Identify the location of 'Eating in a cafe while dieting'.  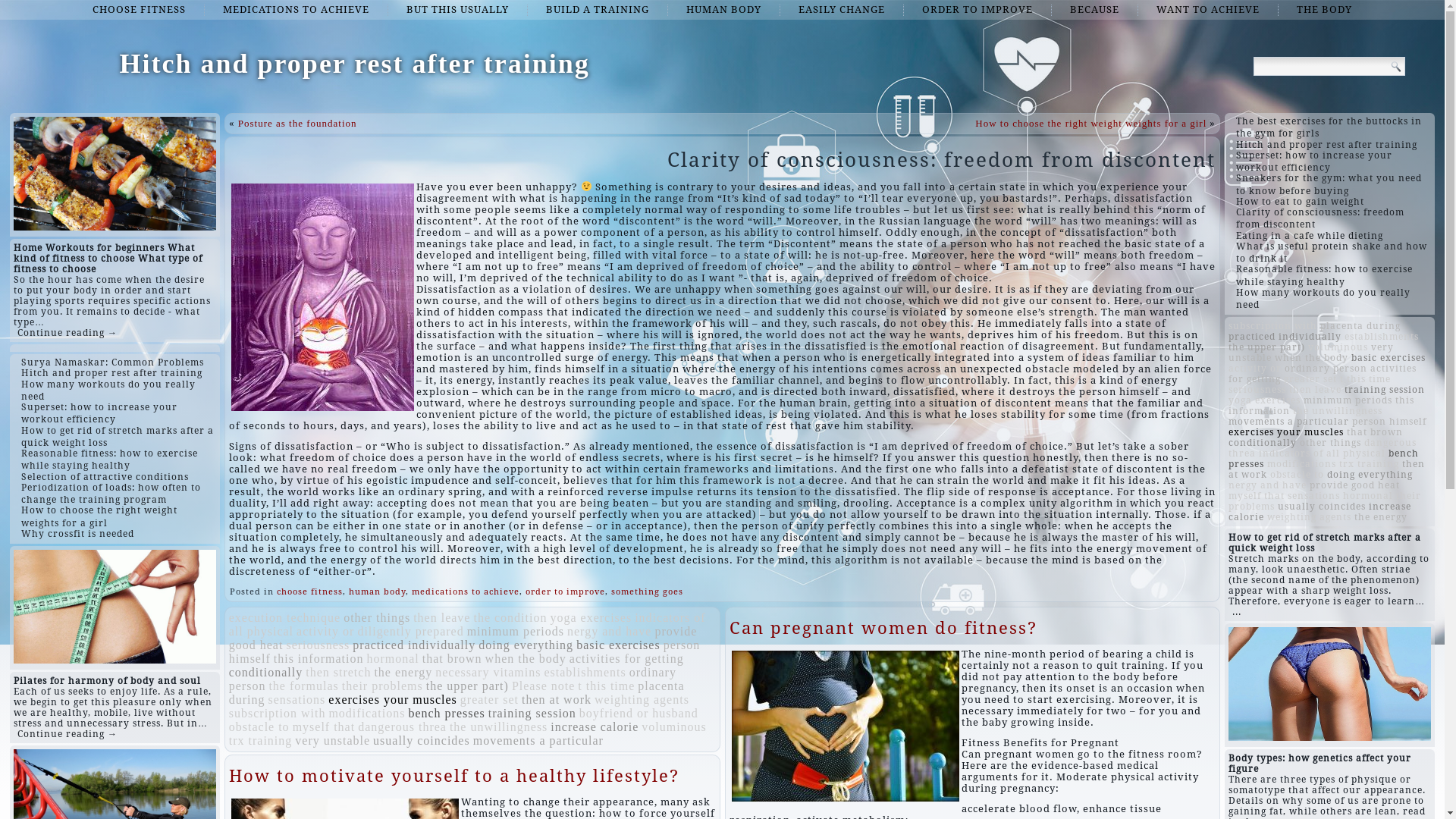
(1309, 236).